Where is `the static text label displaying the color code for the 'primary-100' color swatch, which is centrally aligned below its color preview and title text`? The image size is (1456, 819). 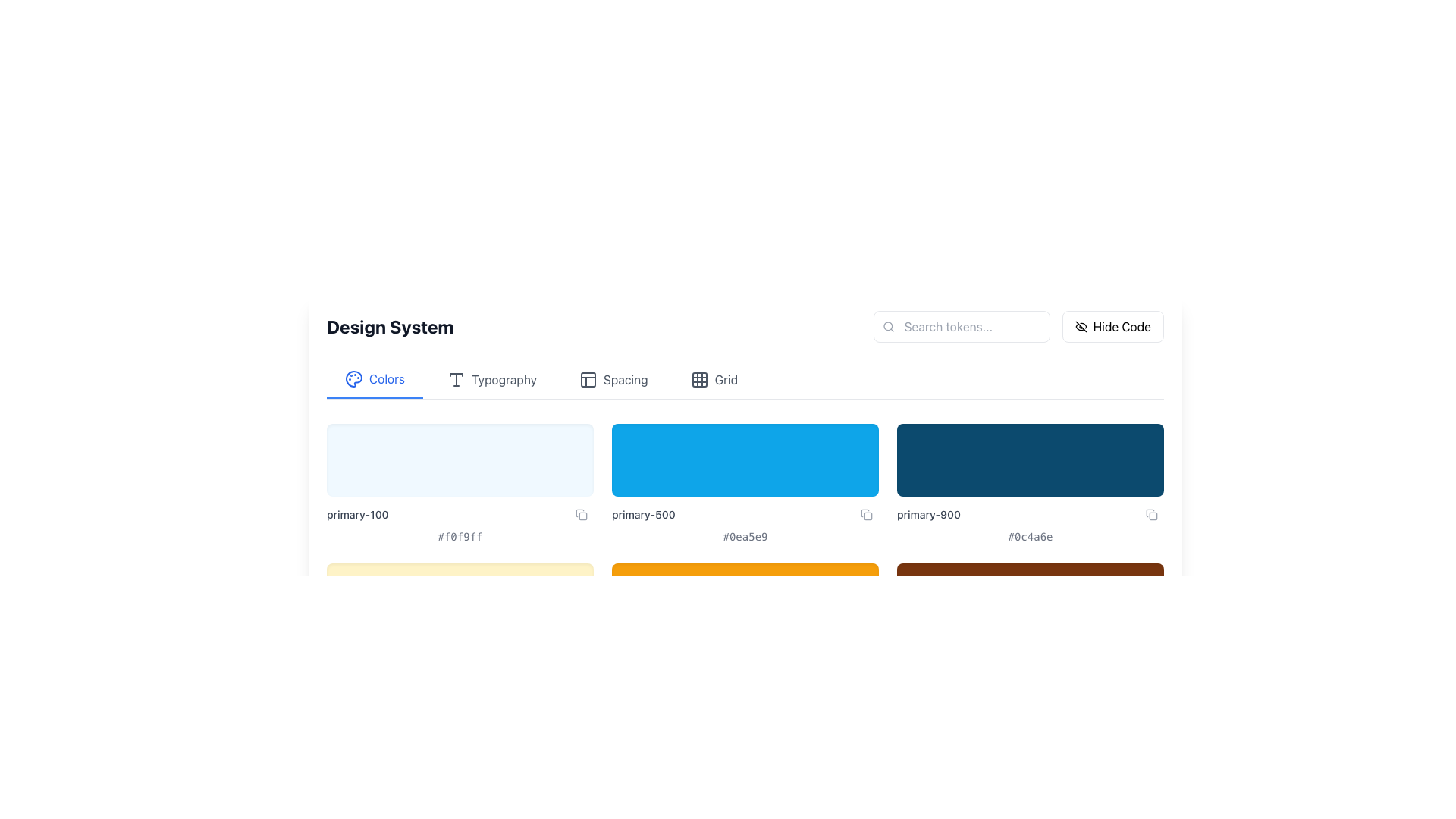 the static text label displaying the color code for the 'primary-100' color swatch, which is centrally aligned below its color preview and title text is located at coordinates (459, 536).